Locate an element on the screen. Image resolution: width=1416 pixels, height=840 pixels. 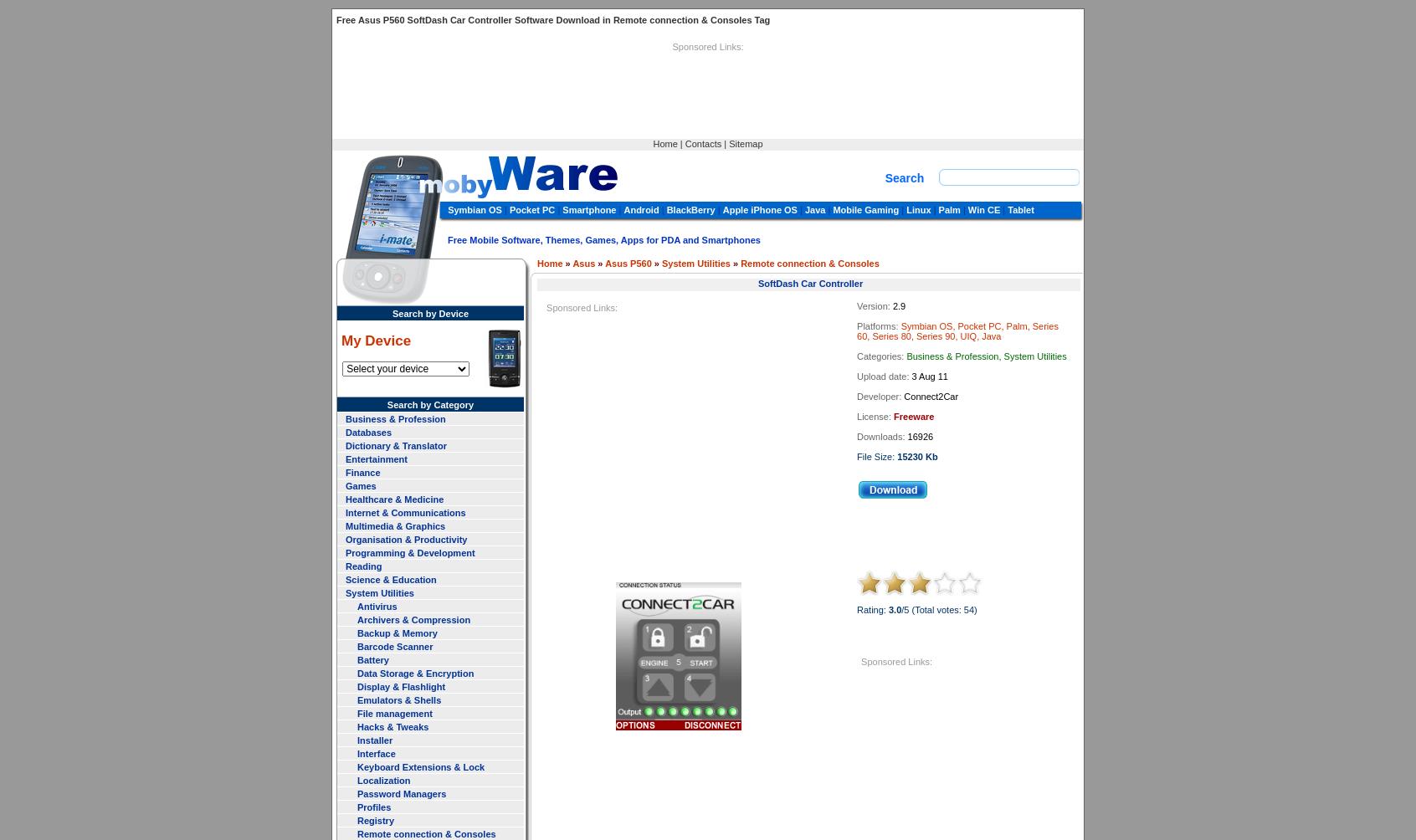
'Business & Profession, System Utilities' is located at coordinates (906, 355).